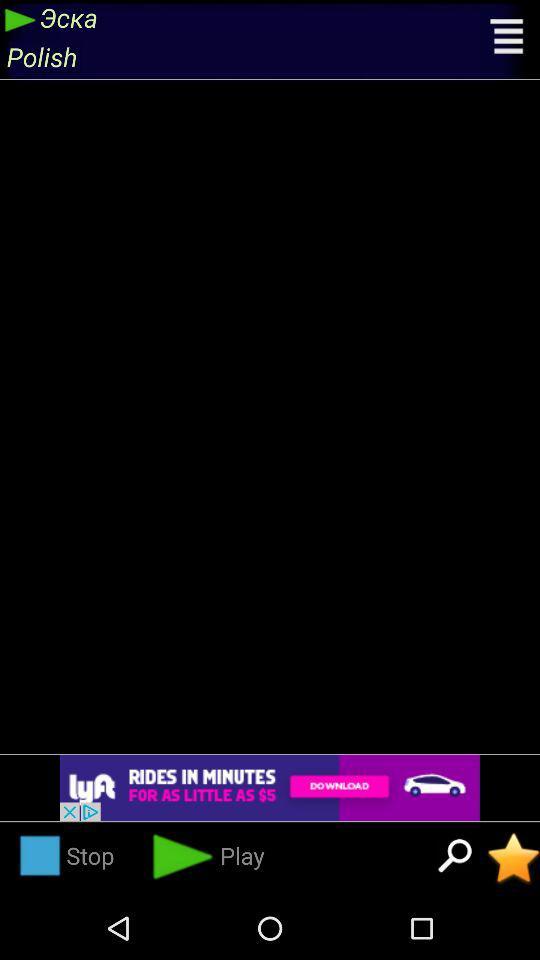 Image resolution: width=540 pixels, height=960 pixels. Describe the element at coordinates (270, 788) in the screenshot. I see `advertisement` at that location.